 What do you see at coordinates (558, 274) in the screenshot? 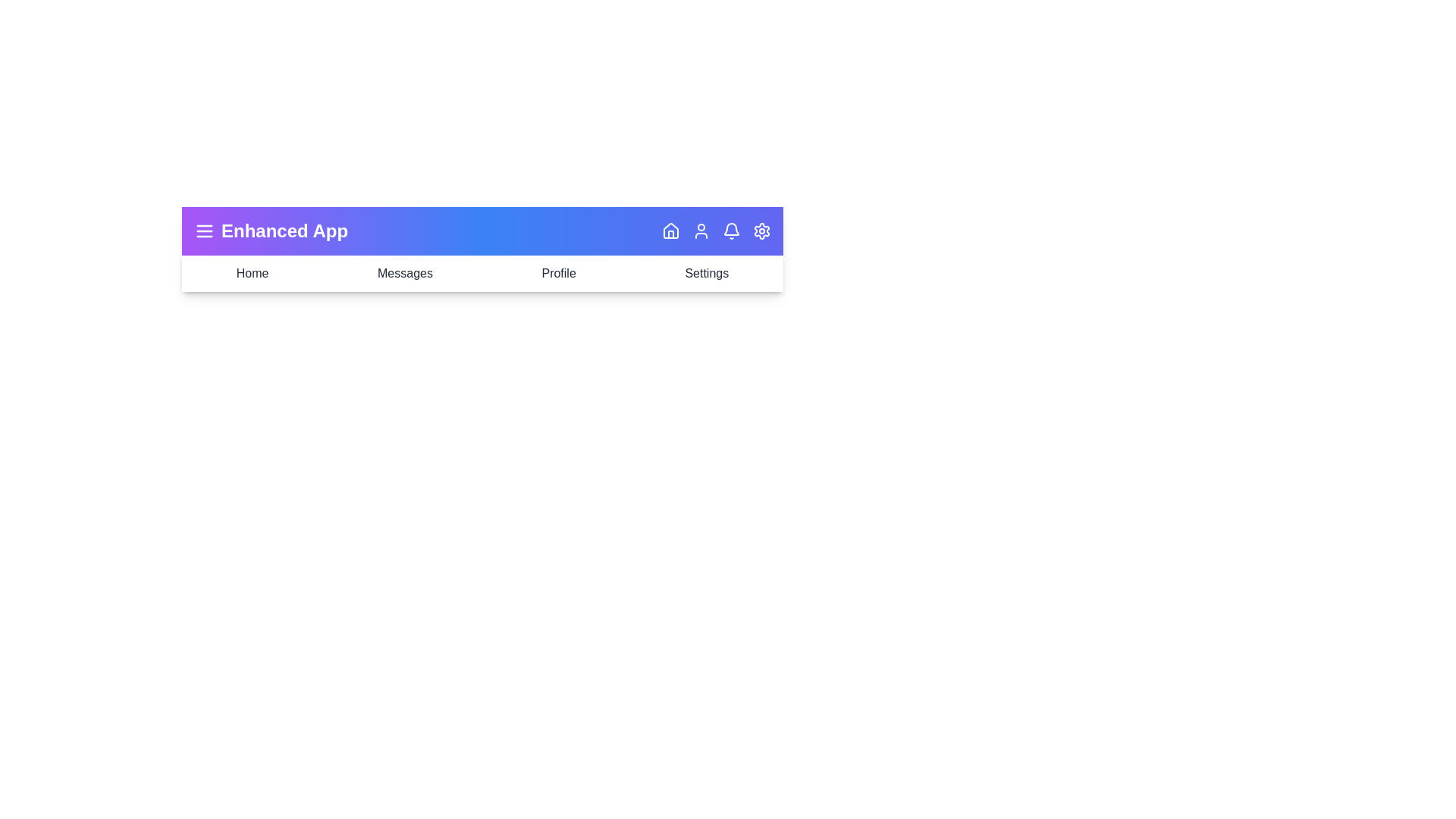
I see `the navigation item Profile to see its hover effect` at bounding box center [558, 274].